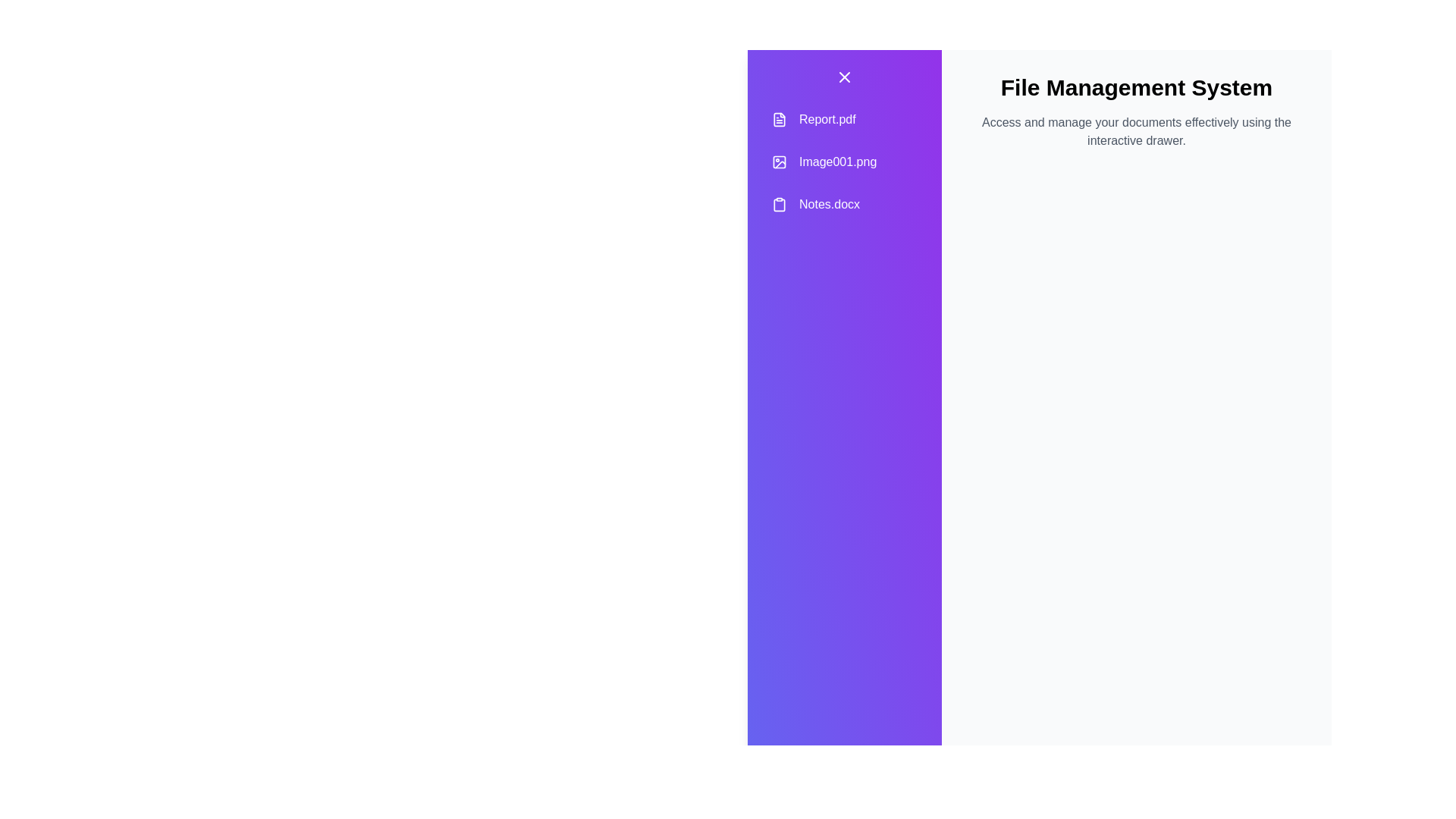  Describe the element at coordinates (843, 205) in the screenshot. I see `the document name Notes.docx to observe the hover effect` at that location.